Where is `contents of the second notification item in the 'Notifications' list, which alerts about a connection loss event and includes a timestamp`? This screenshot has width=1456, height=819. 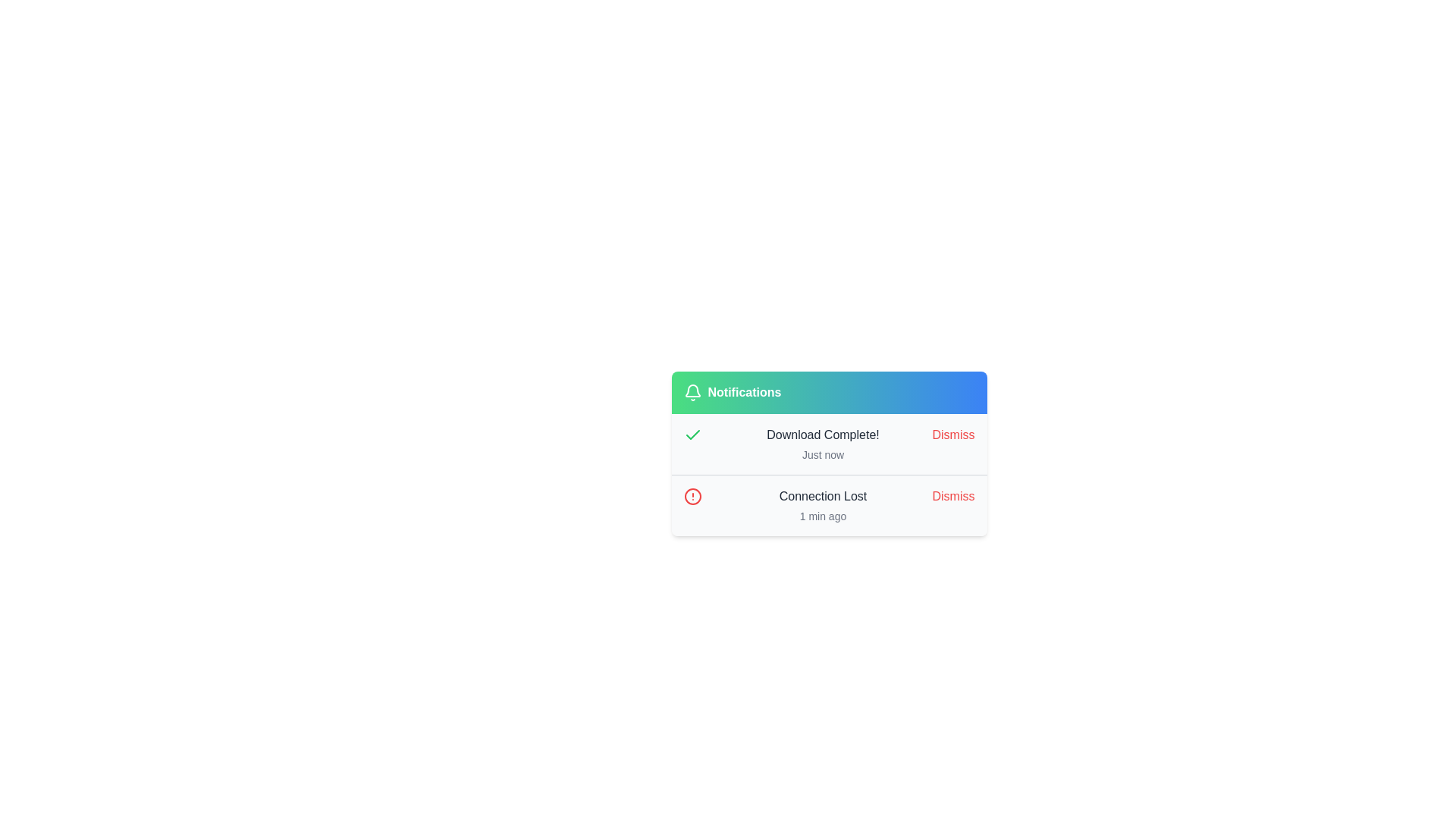
contents of the second notification item in the 'Notifications' list, which alerts about a connection loss event and includes a timestamp is located at coordinates (822, 506).